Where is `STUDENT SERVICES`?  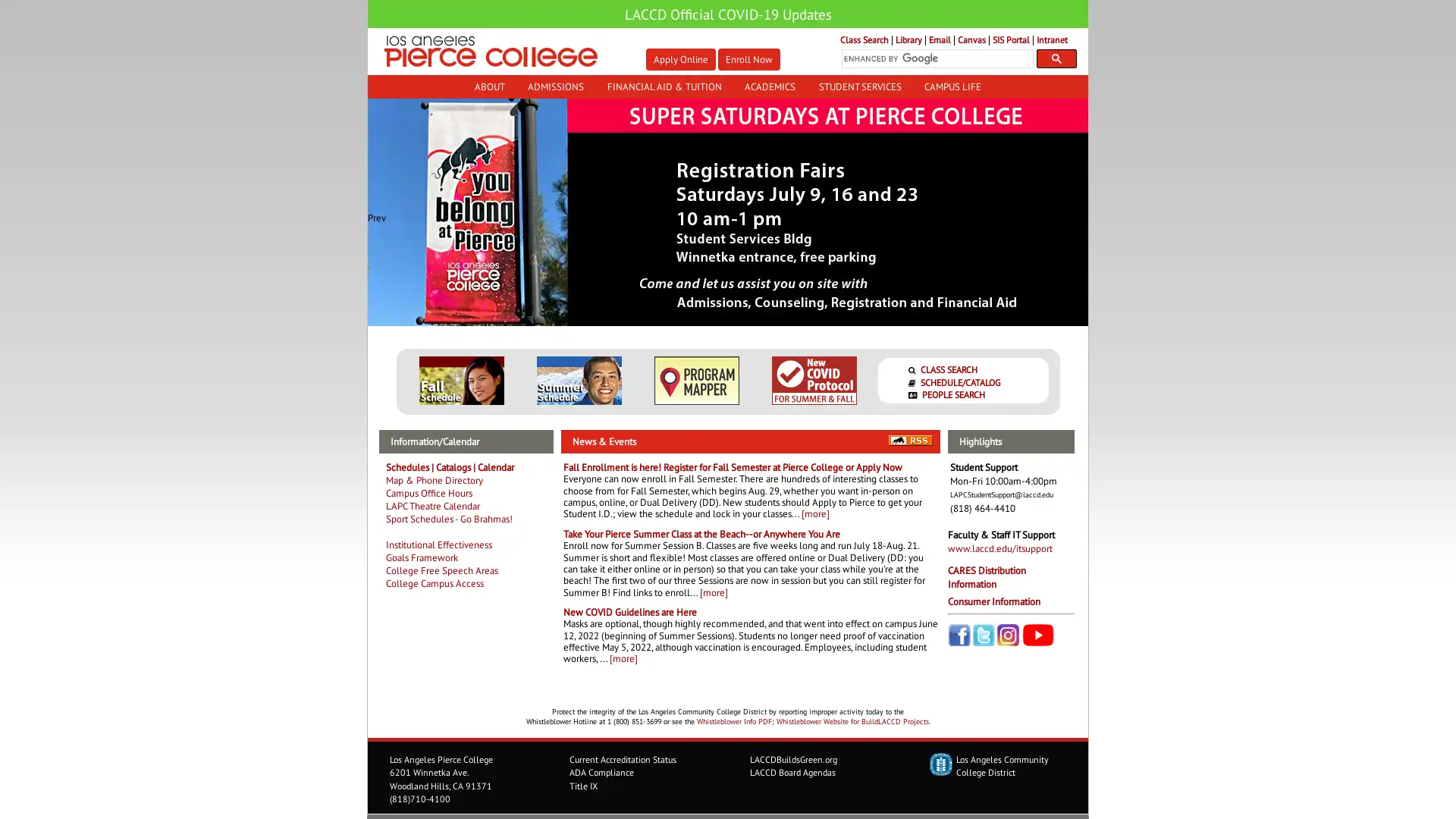
STUDENT SERVICES is located at coordinates (859, 86).